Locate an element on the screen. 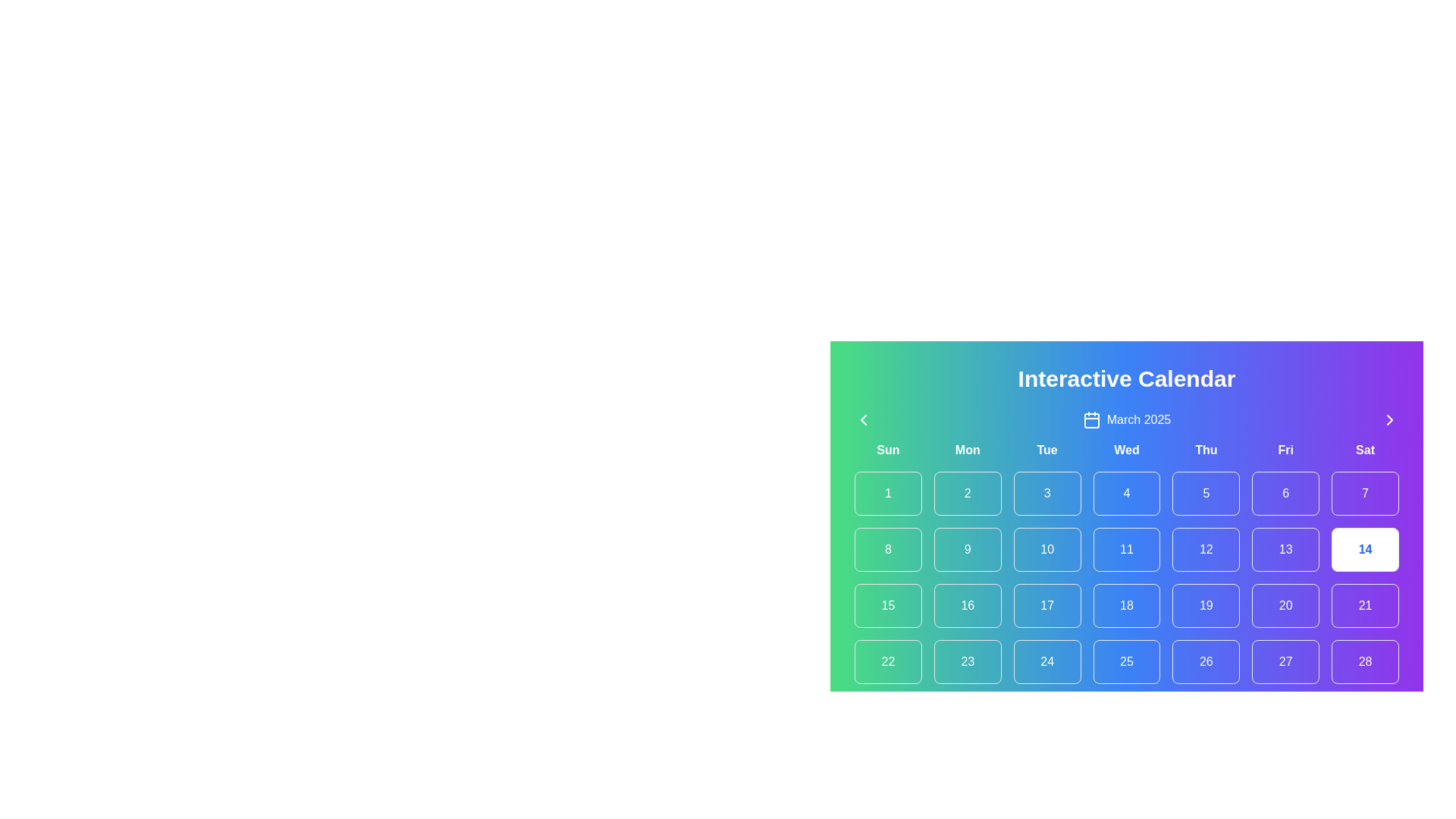  the calendar date box representing the 5th date in the interactive calendar interface, located under the 'Thu' column header is located at coordinates (1205, 494).